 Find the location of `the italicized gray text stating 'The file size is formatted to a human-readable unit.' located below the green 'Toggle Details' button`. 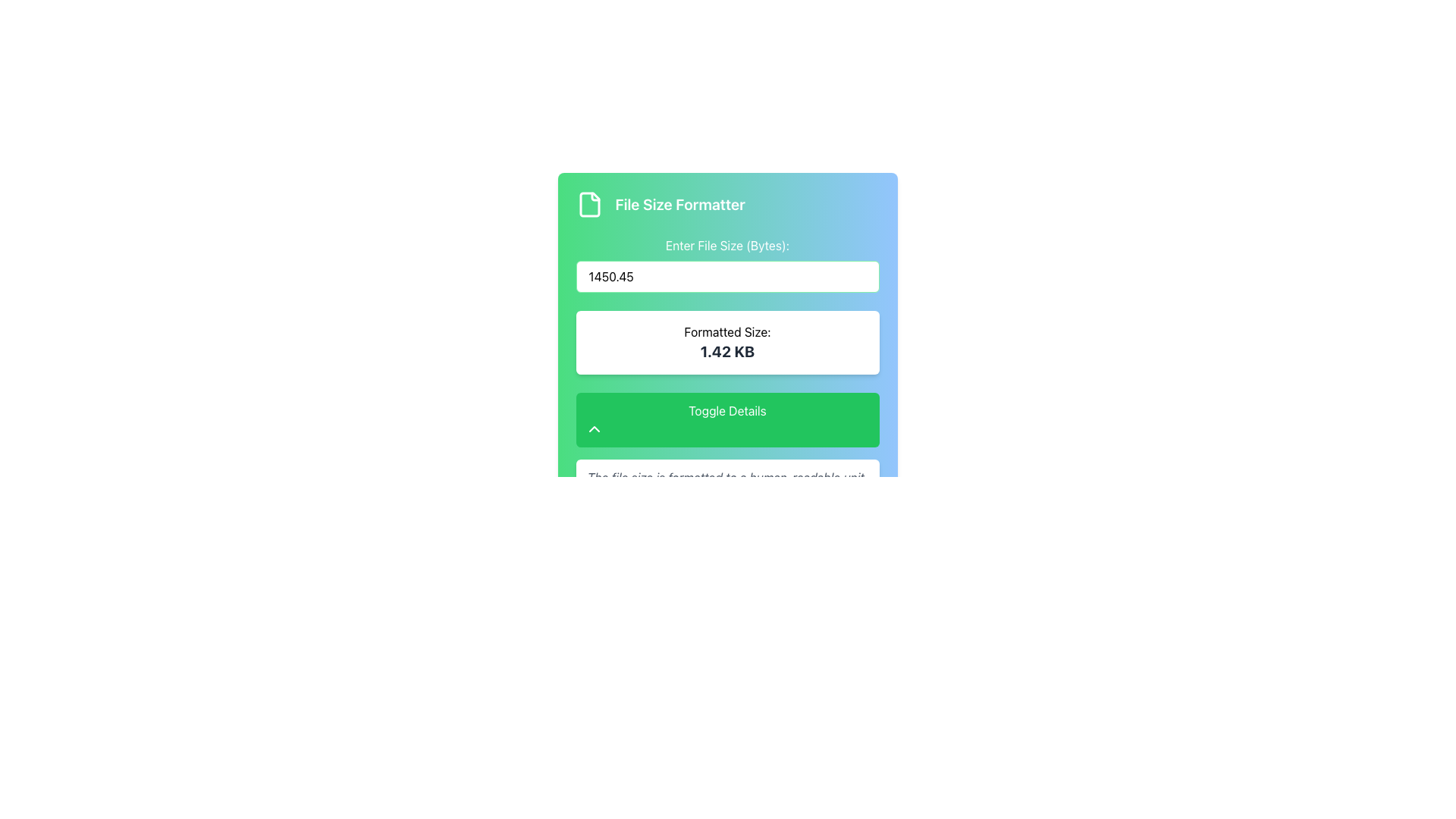

the italicized gray text stating 'The file size is formatted to a human-readable unit.' located below the green 'Toggle Details' button is located at coordinates (726, 476).